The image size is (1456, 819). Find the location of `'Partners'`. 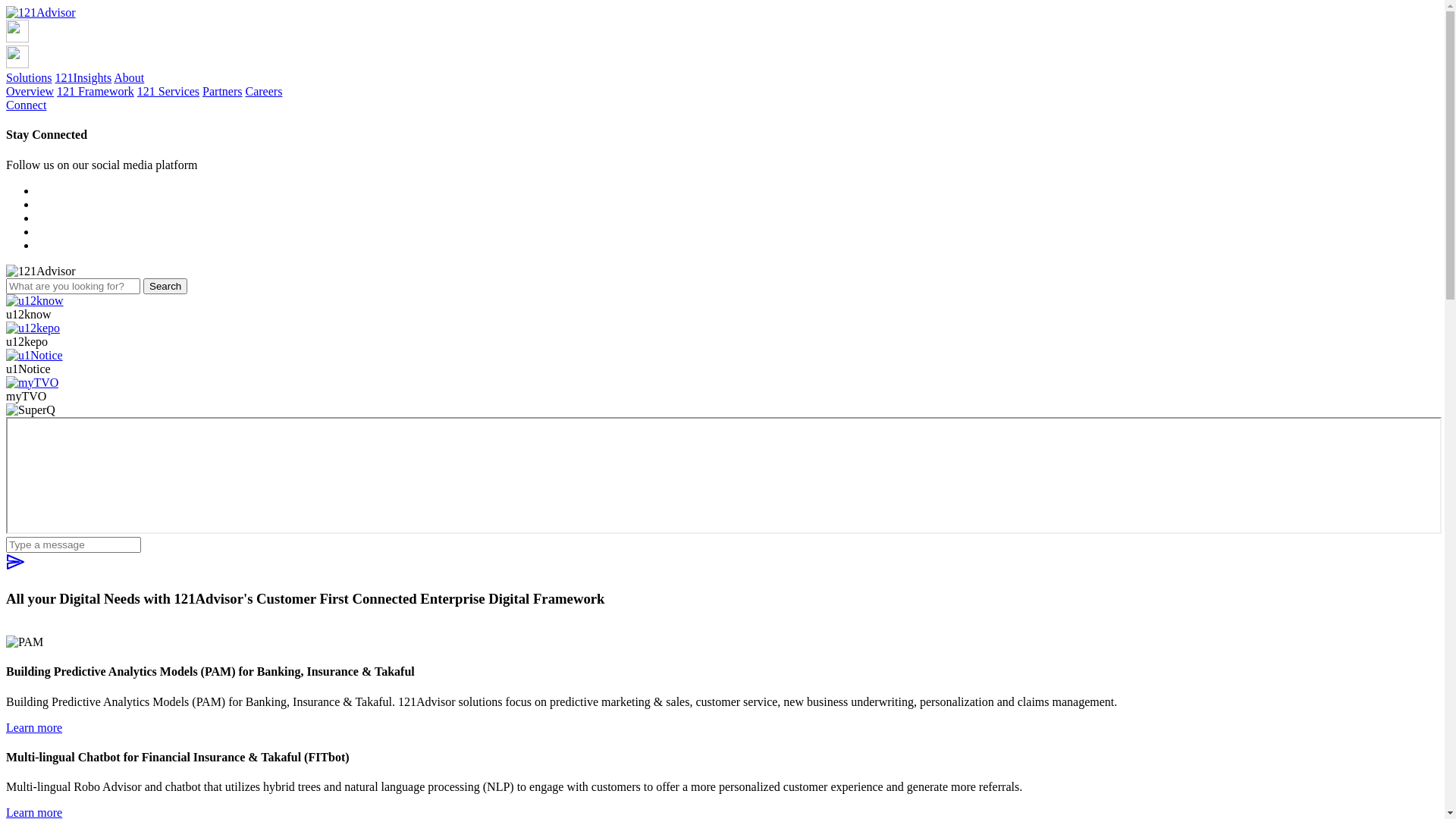

'Partners' is located at coordinates (202, 91).